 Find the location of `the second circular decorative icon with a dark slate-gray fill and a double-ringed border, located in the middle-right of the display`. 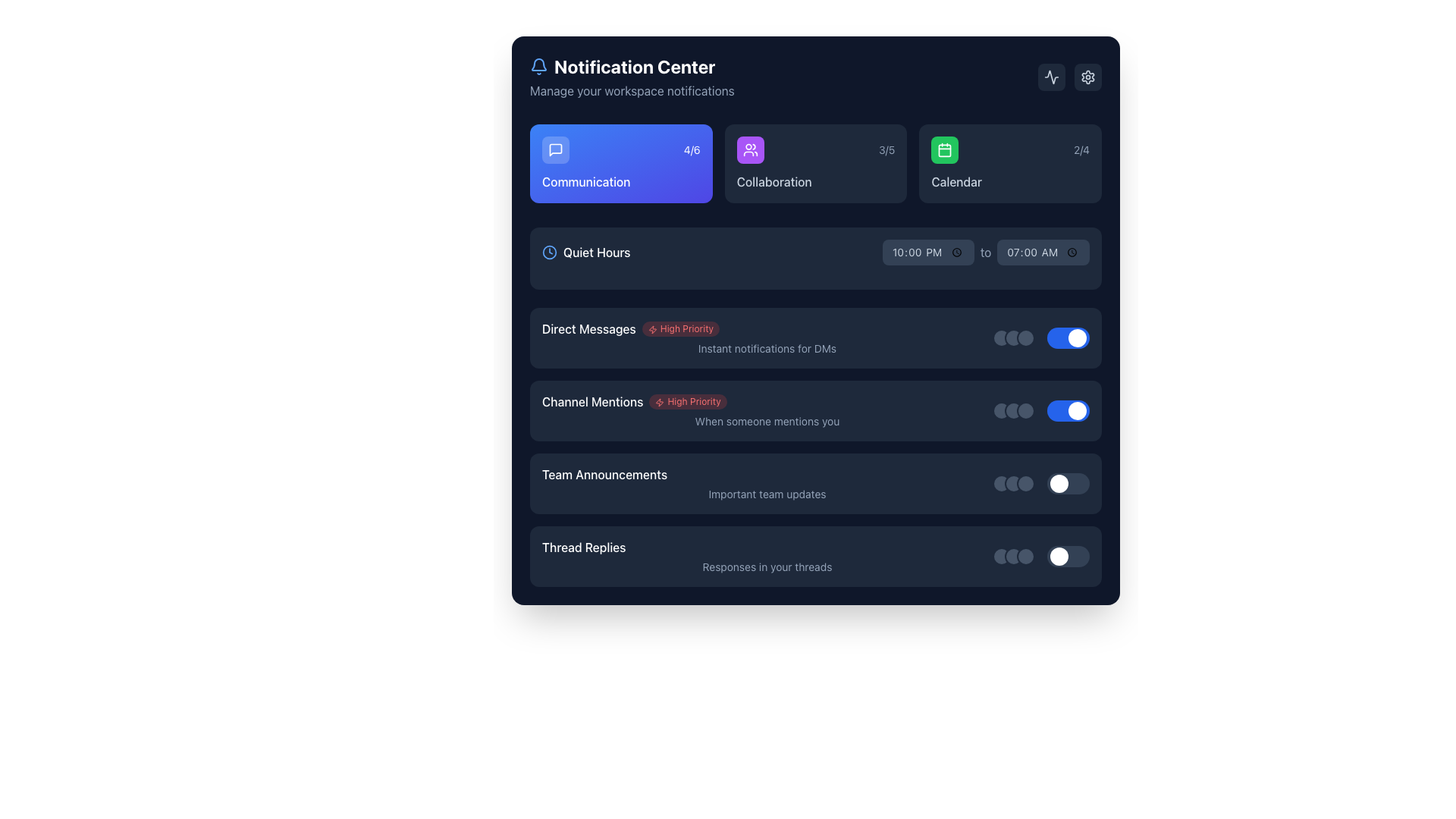

the second circular decorative icon with a dark slate-gray fill and a double-ringed border, located in the middle-right of the display is located at coordinates (1014, 483).